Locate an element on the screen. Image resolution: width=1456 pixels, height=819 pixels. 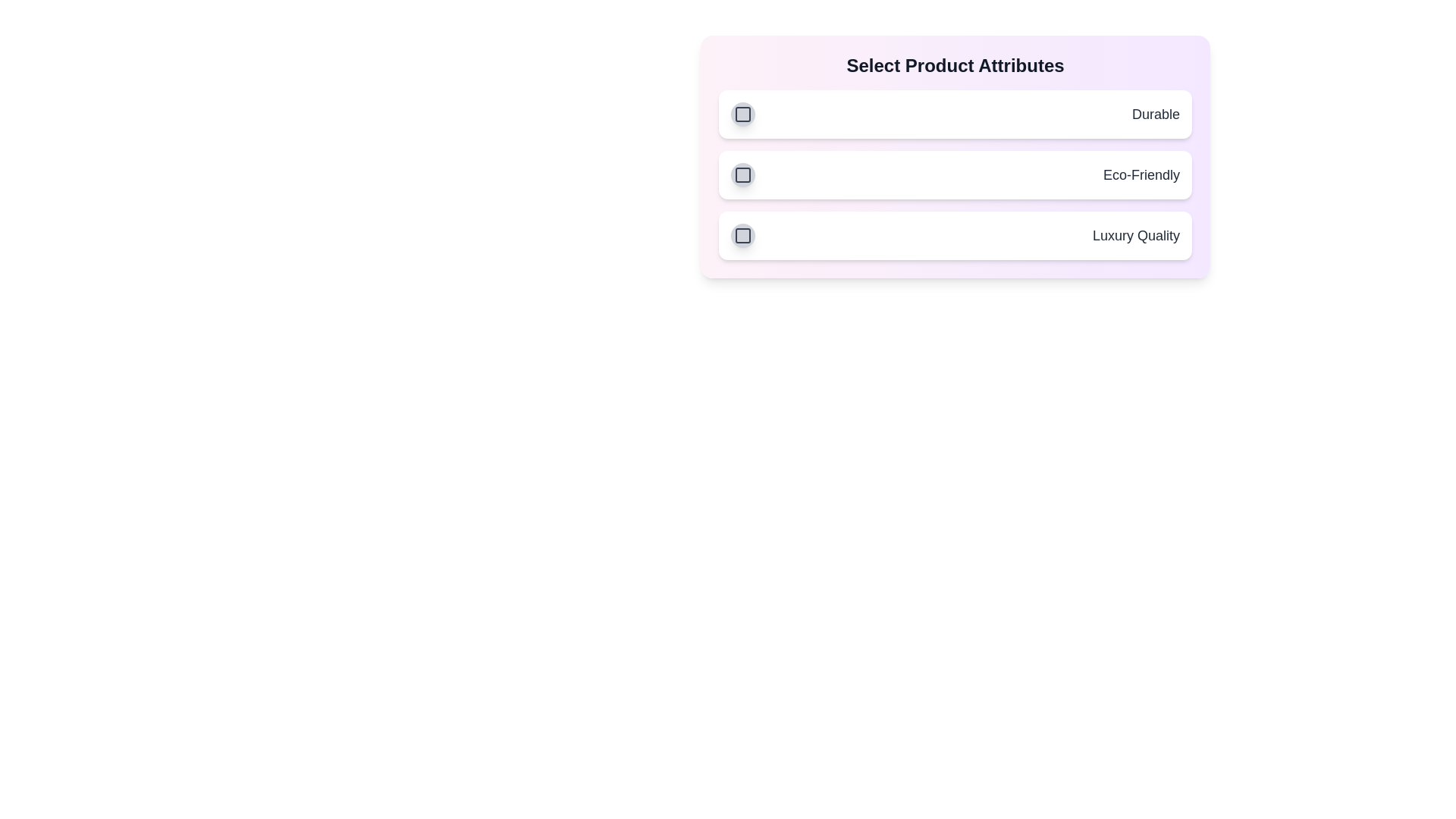
the attribute Luxury Quality by clicking its button is located at coordinates (742, 236).